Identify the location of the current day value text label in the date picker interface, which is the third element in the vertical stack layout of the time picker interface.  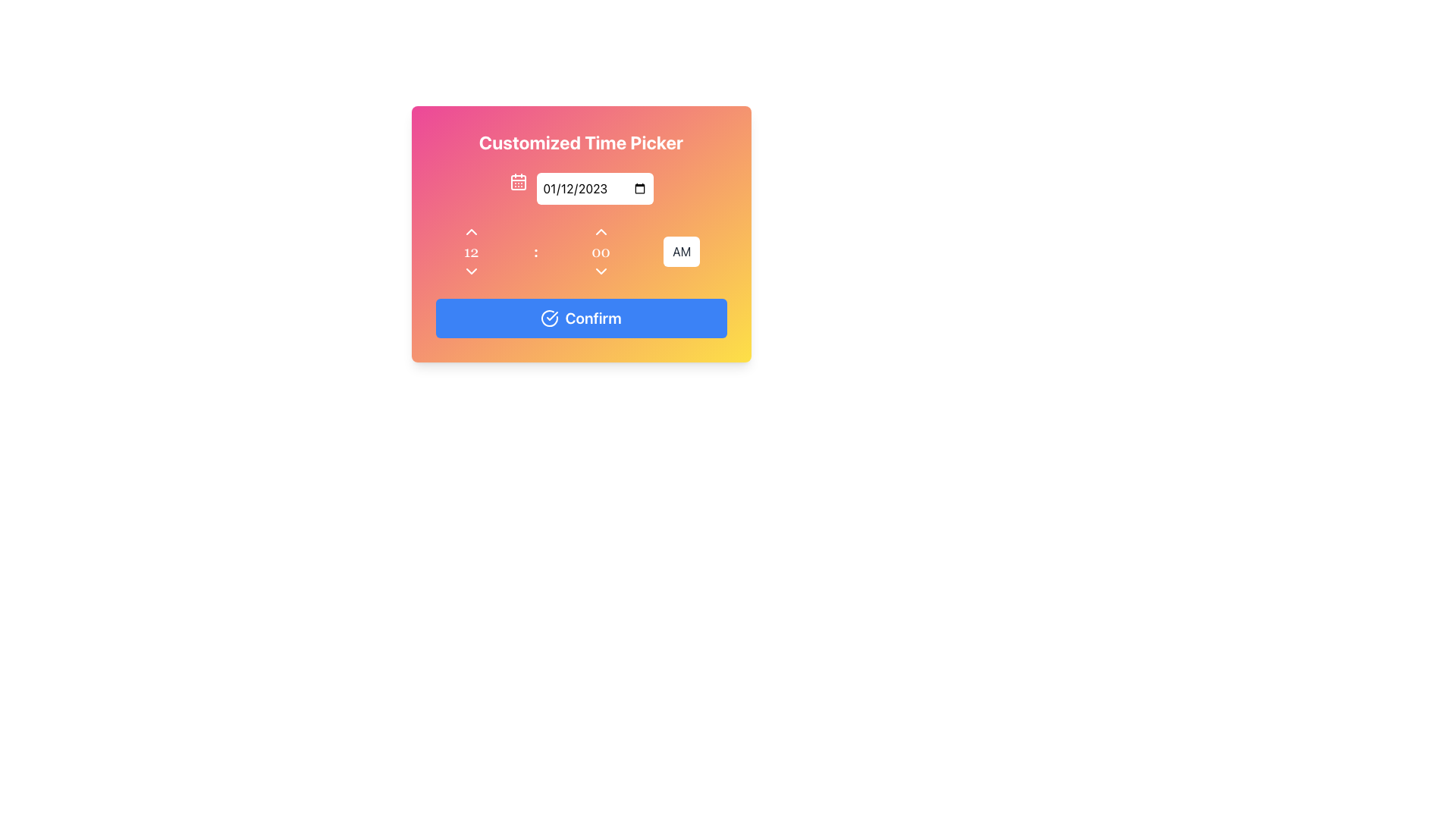
(470, 250).